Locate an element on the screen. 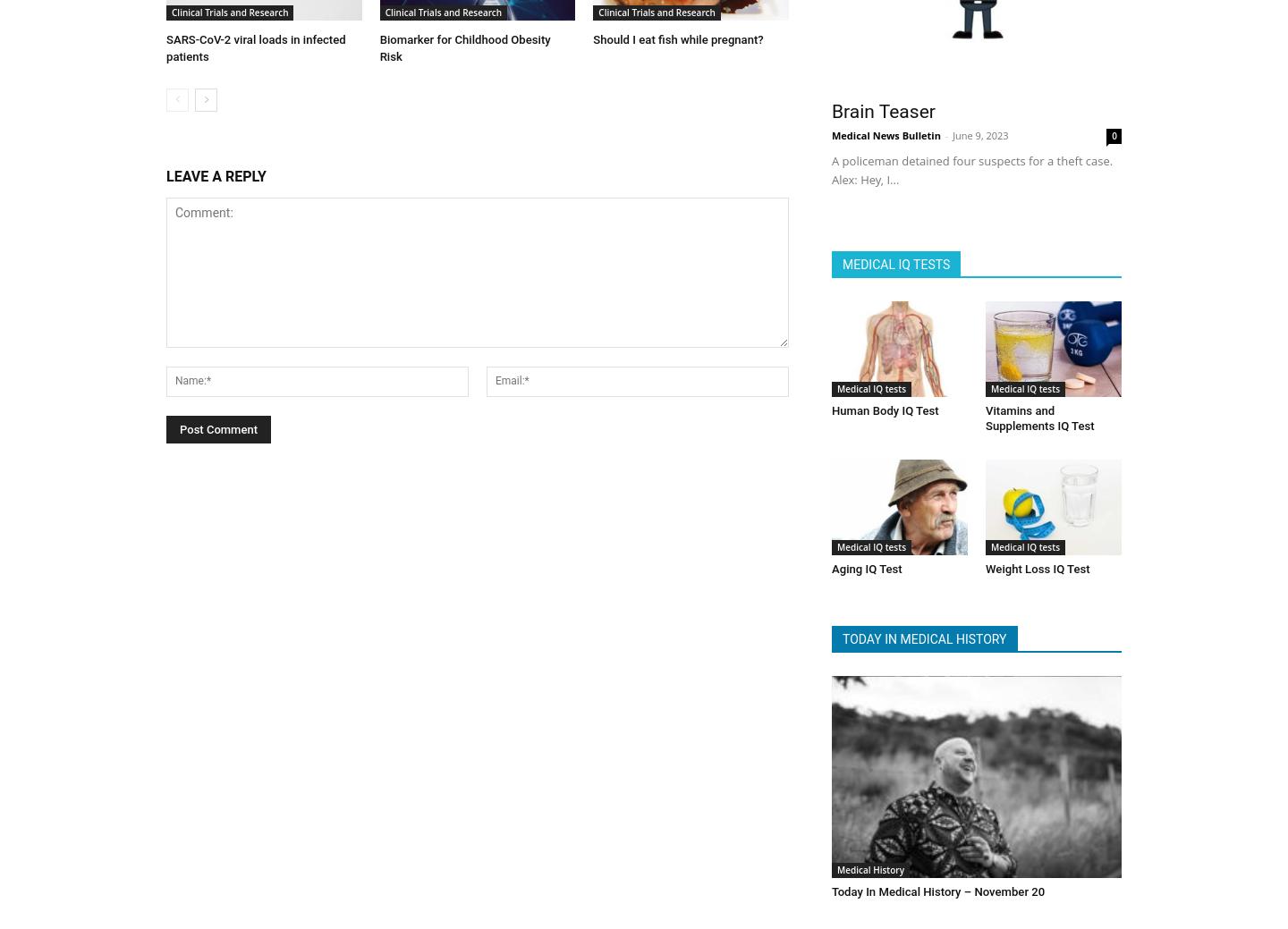 The height and width of the screenshot is (929, 1288). 'Brain Teaser' is located at coordinates (882, 106).